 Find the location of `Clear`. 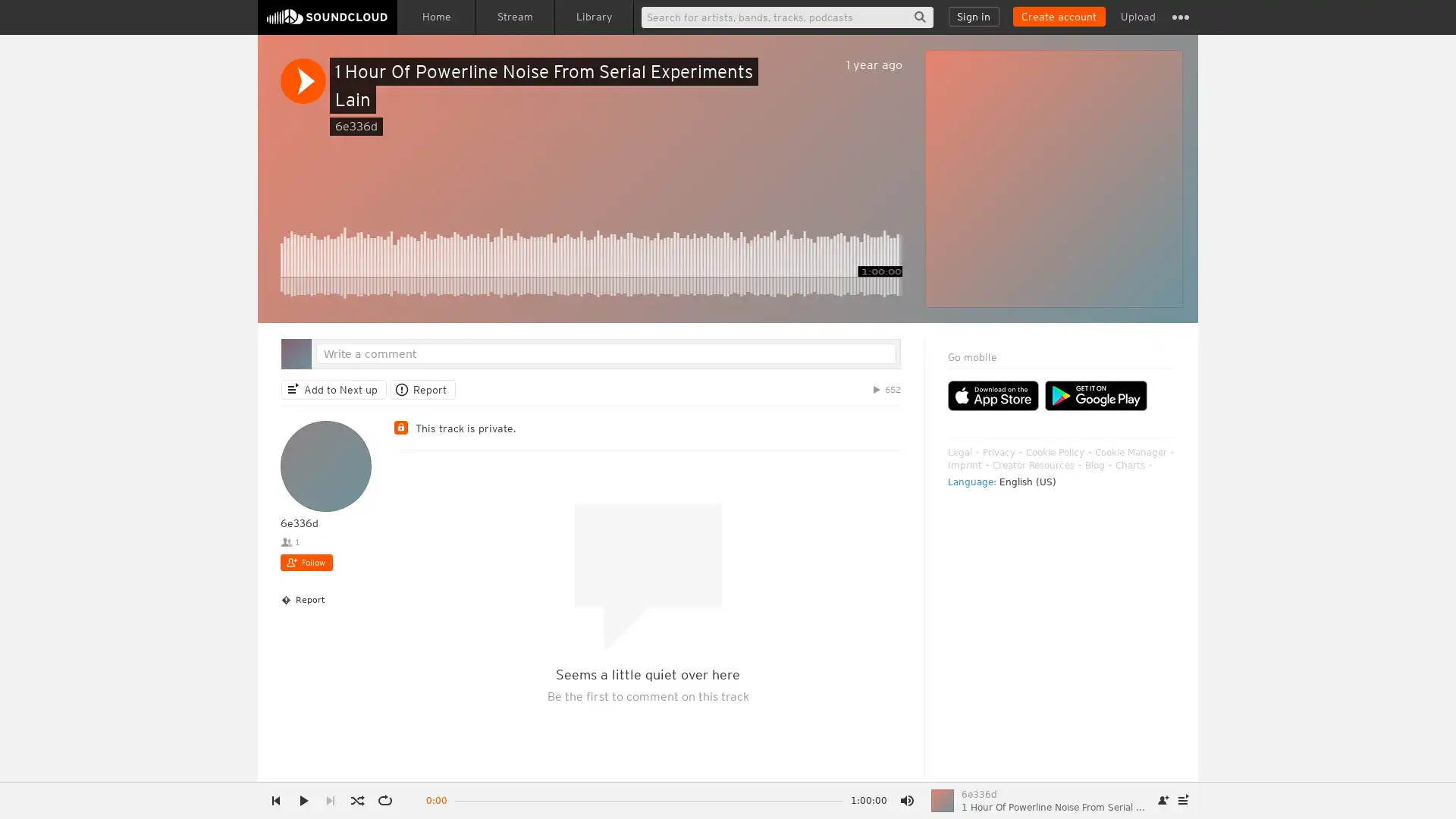

Clear is located at coordinates (1124, 376).